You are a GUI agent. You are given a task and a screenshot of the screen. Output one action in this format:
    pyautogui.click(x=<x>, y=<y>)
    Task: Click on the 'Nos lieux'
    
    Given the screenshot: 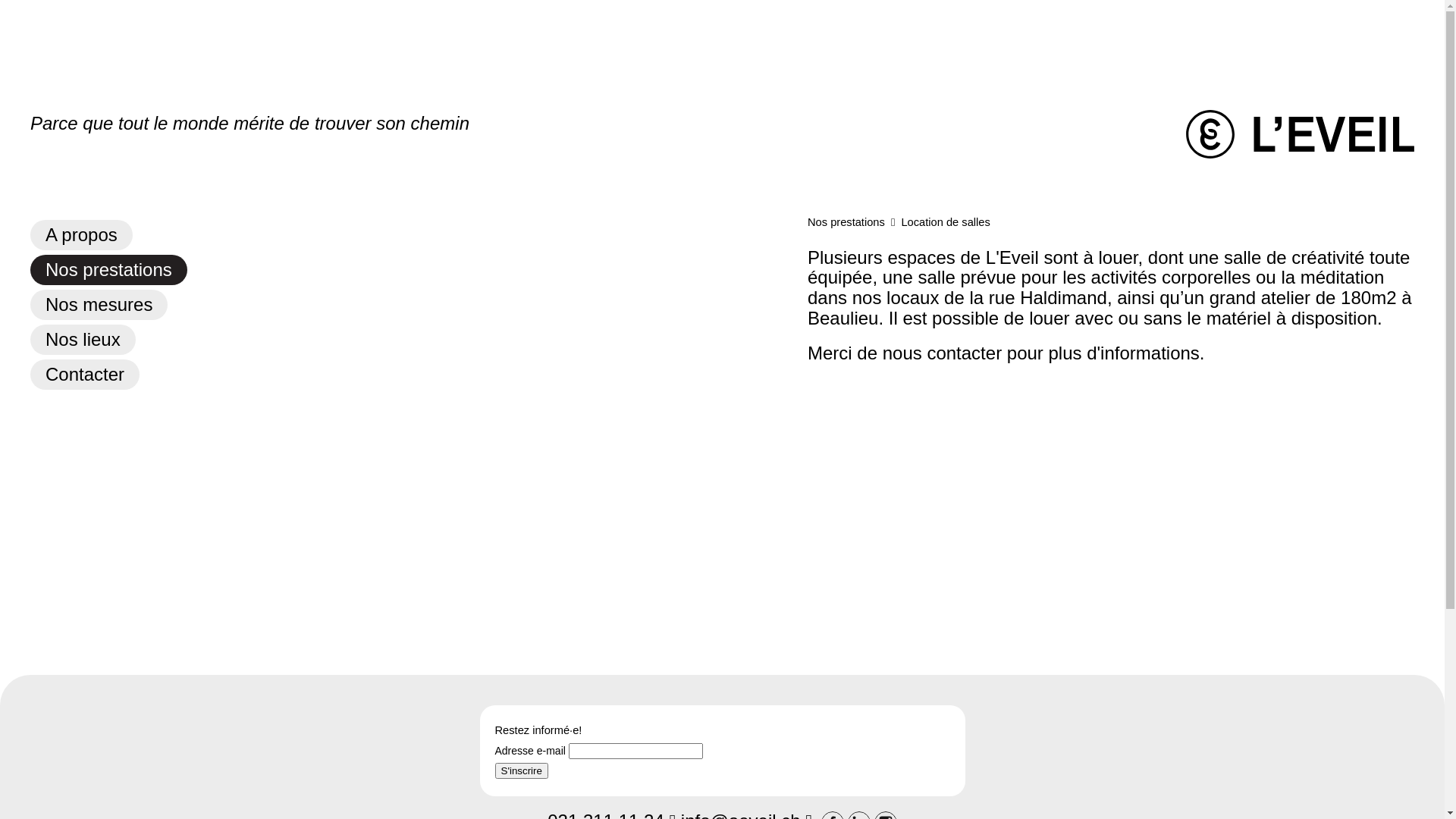 What is the action you would take?
    pyautogui.click(x=82, y=338)
    